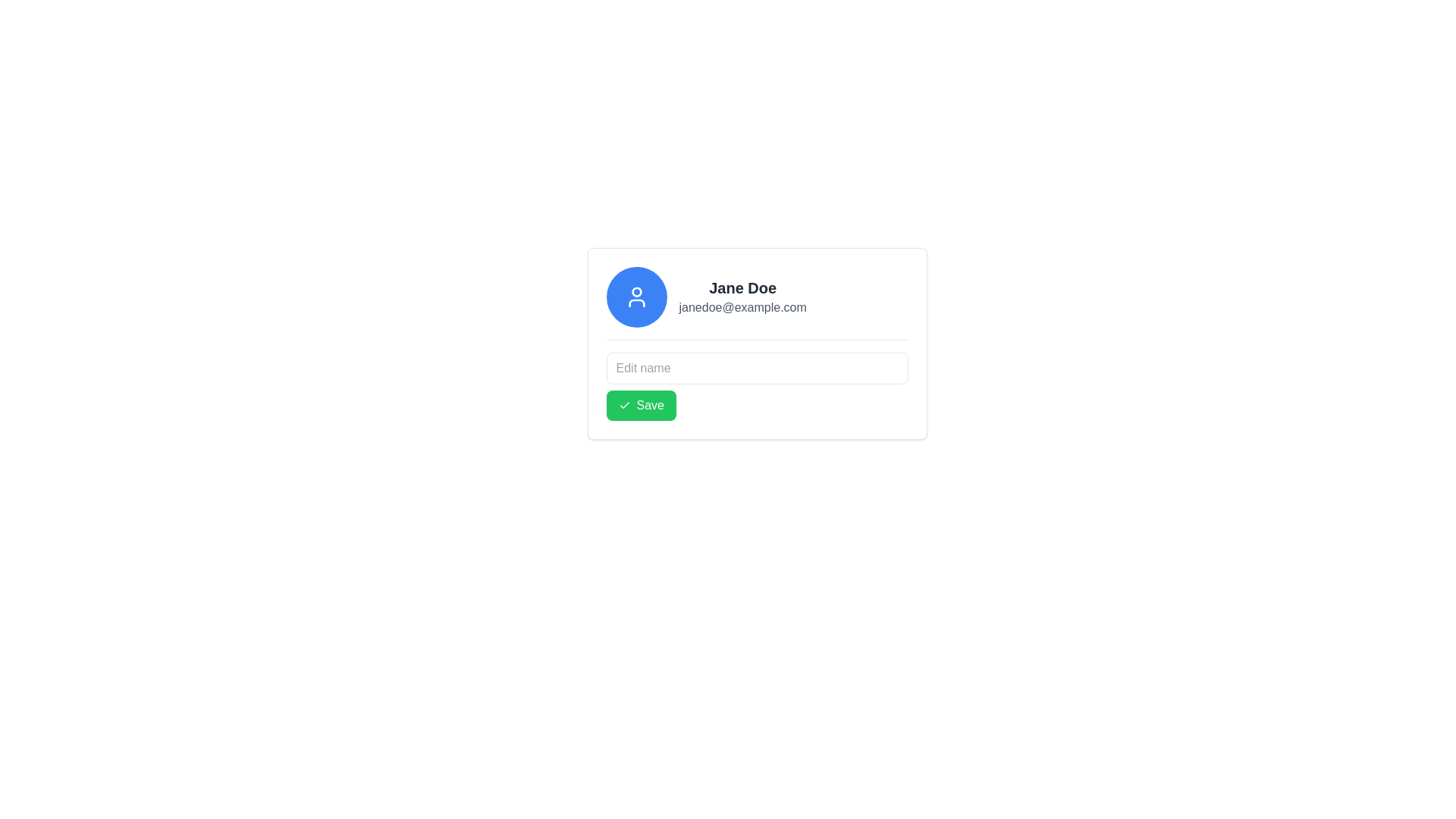 The height and width of the screenshot is (819, 1456). Describe the element at coordinates (636, 297) in the screenshot. I see `the Circular Avatar Component located in the top-left corner of the user information card next to 'Jane Doe' and 'janedoe@example.com'` at that location.